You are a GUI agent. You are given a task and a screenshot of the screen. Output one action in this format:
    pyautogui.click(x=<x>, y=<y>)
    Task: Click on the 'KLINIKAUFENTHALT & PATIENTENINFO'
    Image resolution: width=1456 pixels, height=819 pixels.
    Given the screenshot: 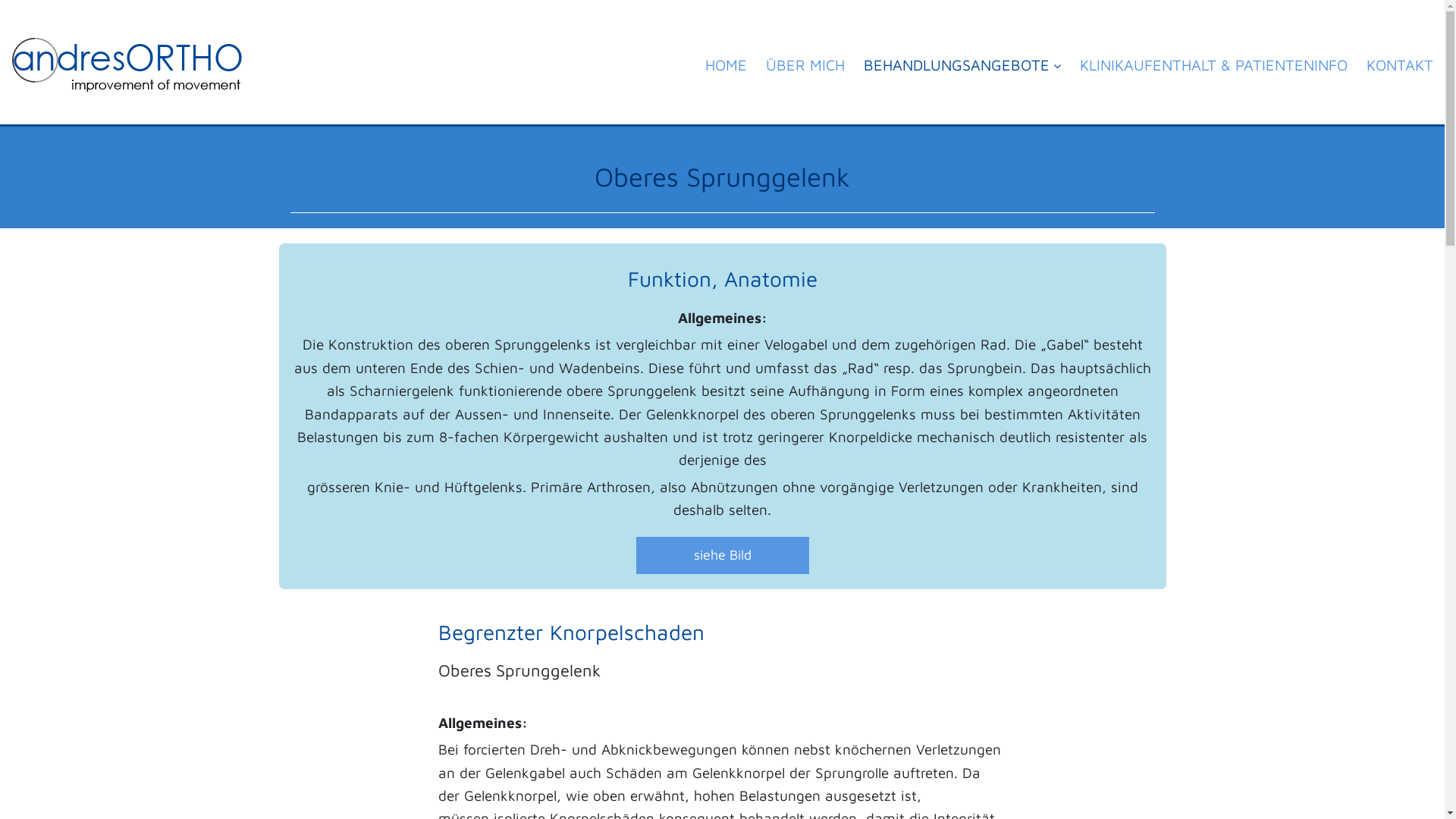 What is the action you would take?
    pyautogui.click(x=1213, y=73)
    